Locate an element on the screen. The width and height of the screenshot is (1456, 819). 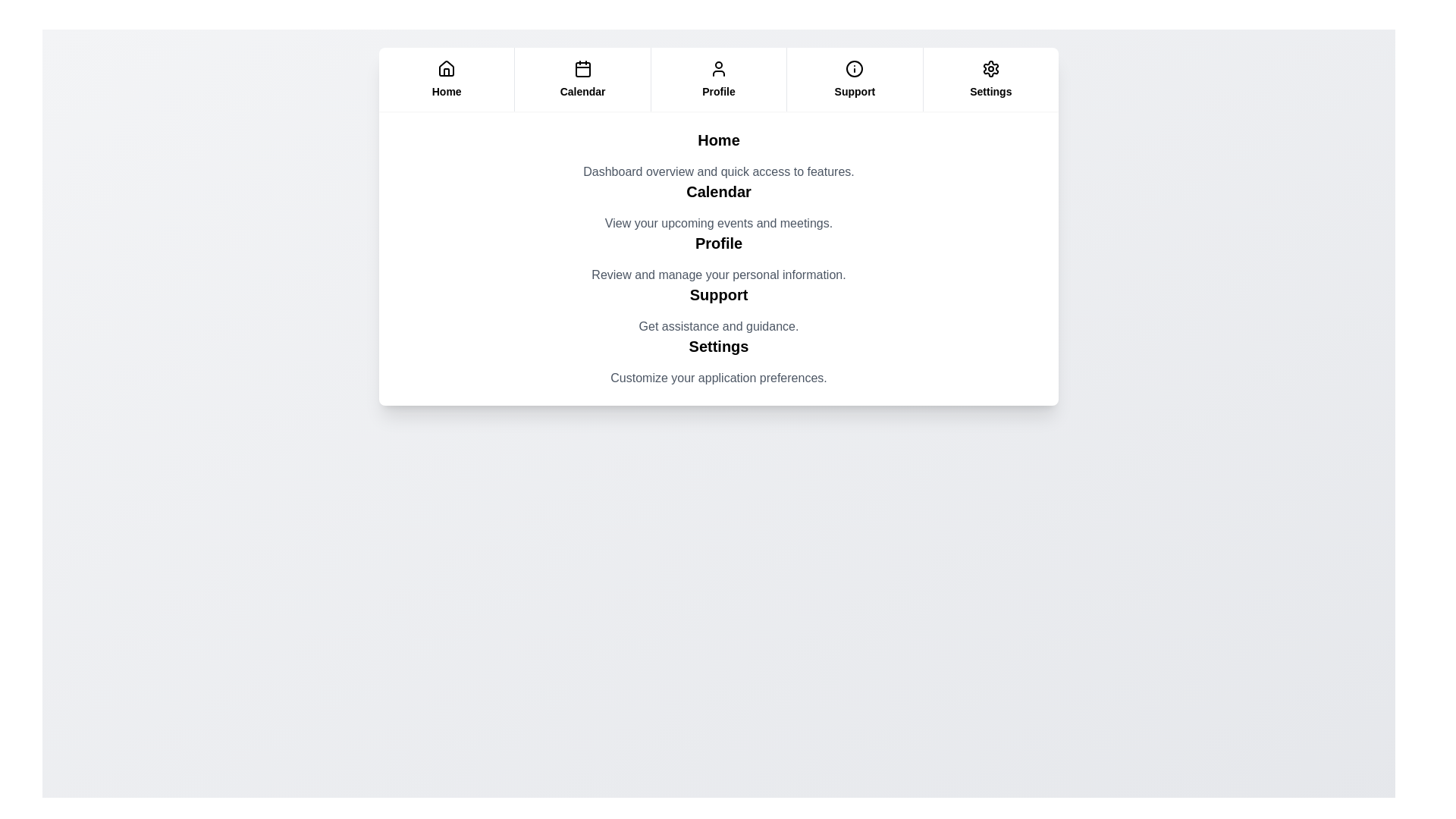
the header text label for the 'Calendar' section, which is centrally positioned above the content describing upcoming events and meetings is located at coordinates (718, 191).